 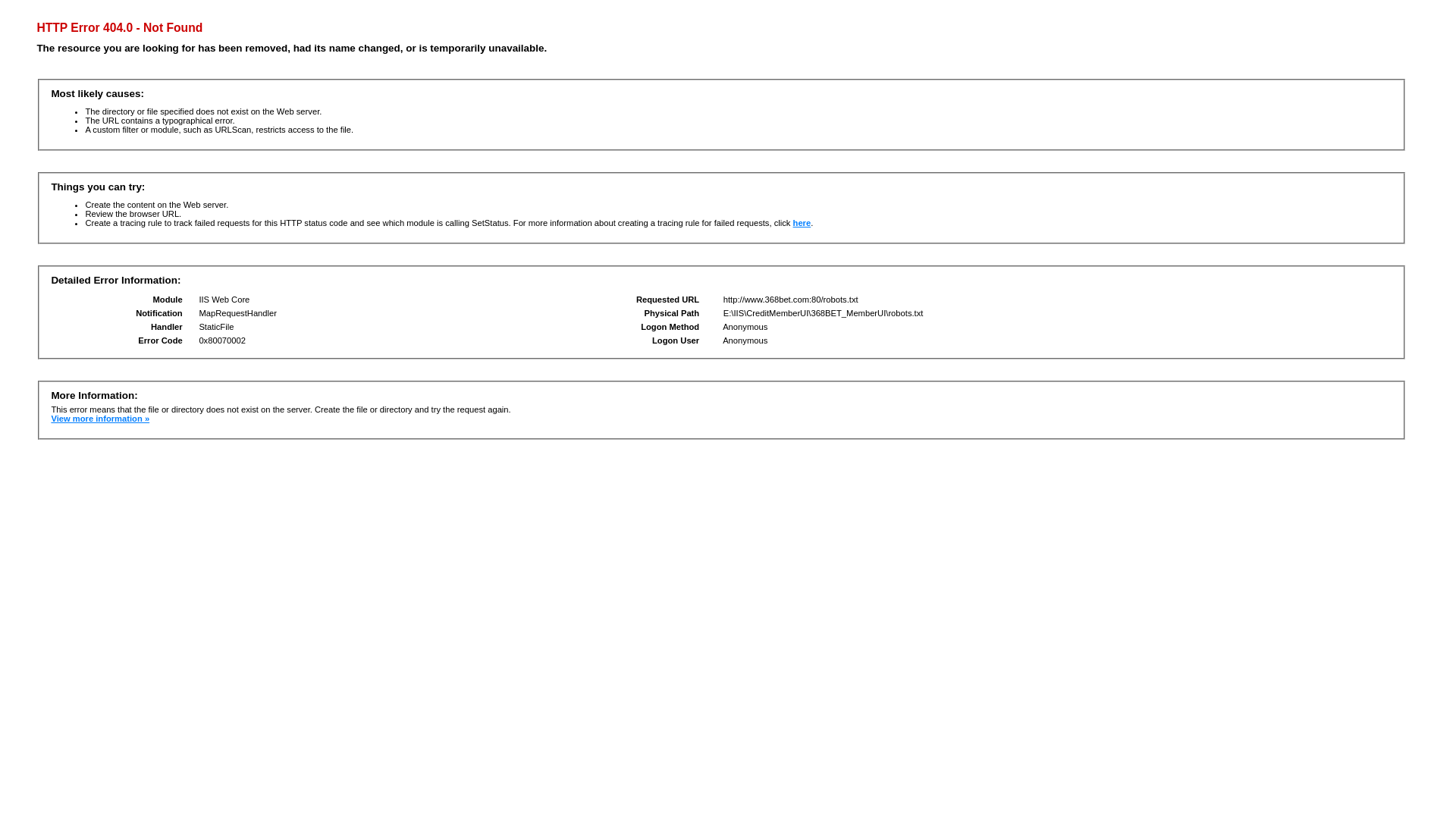 I want to click on 'here', so click(x=801, y=222).